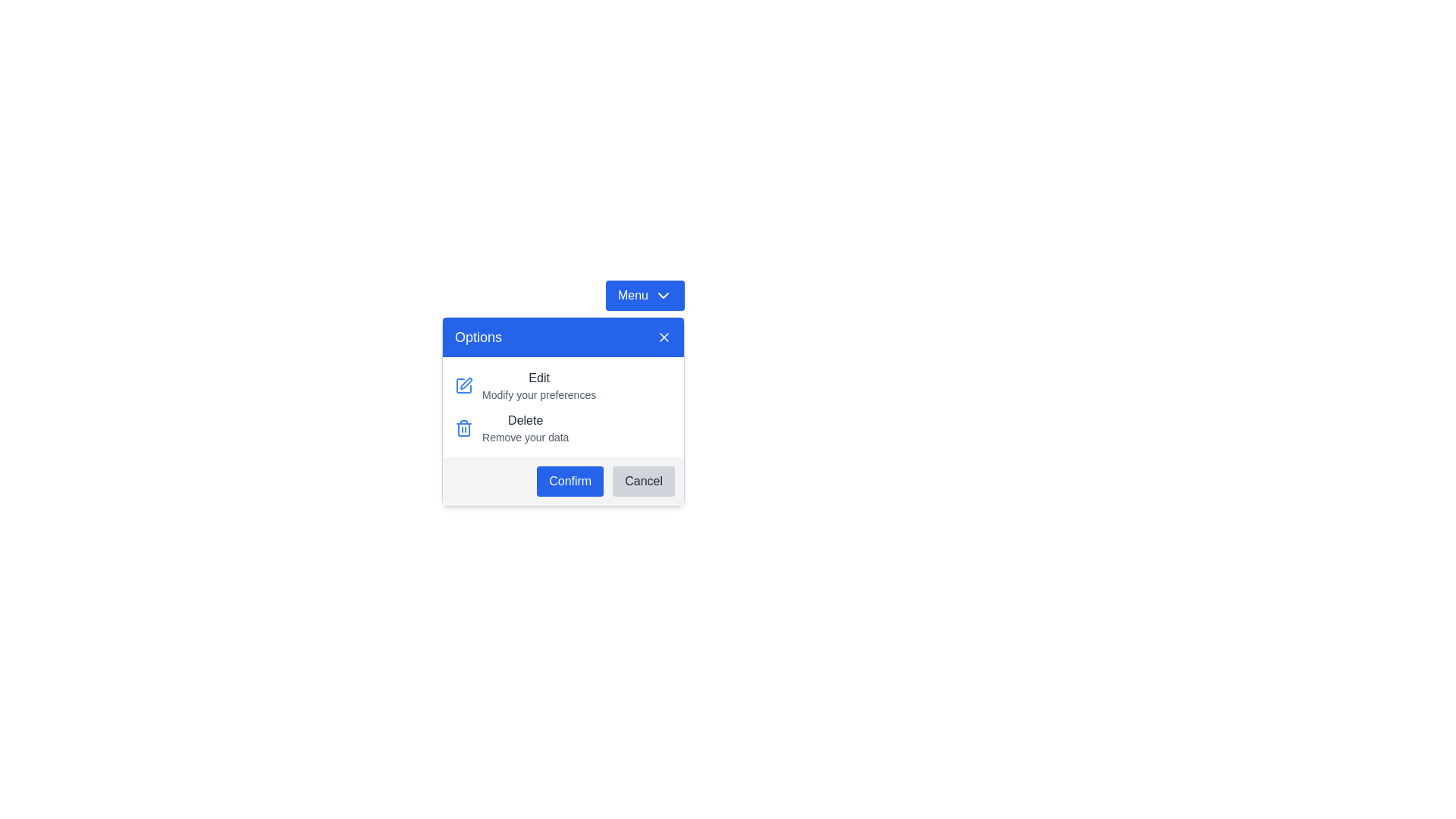  I want to click on the 'Edit' text element displayed in bold, dark gray font, located in the dialog box under the 'Options' header, so click(539, 377).